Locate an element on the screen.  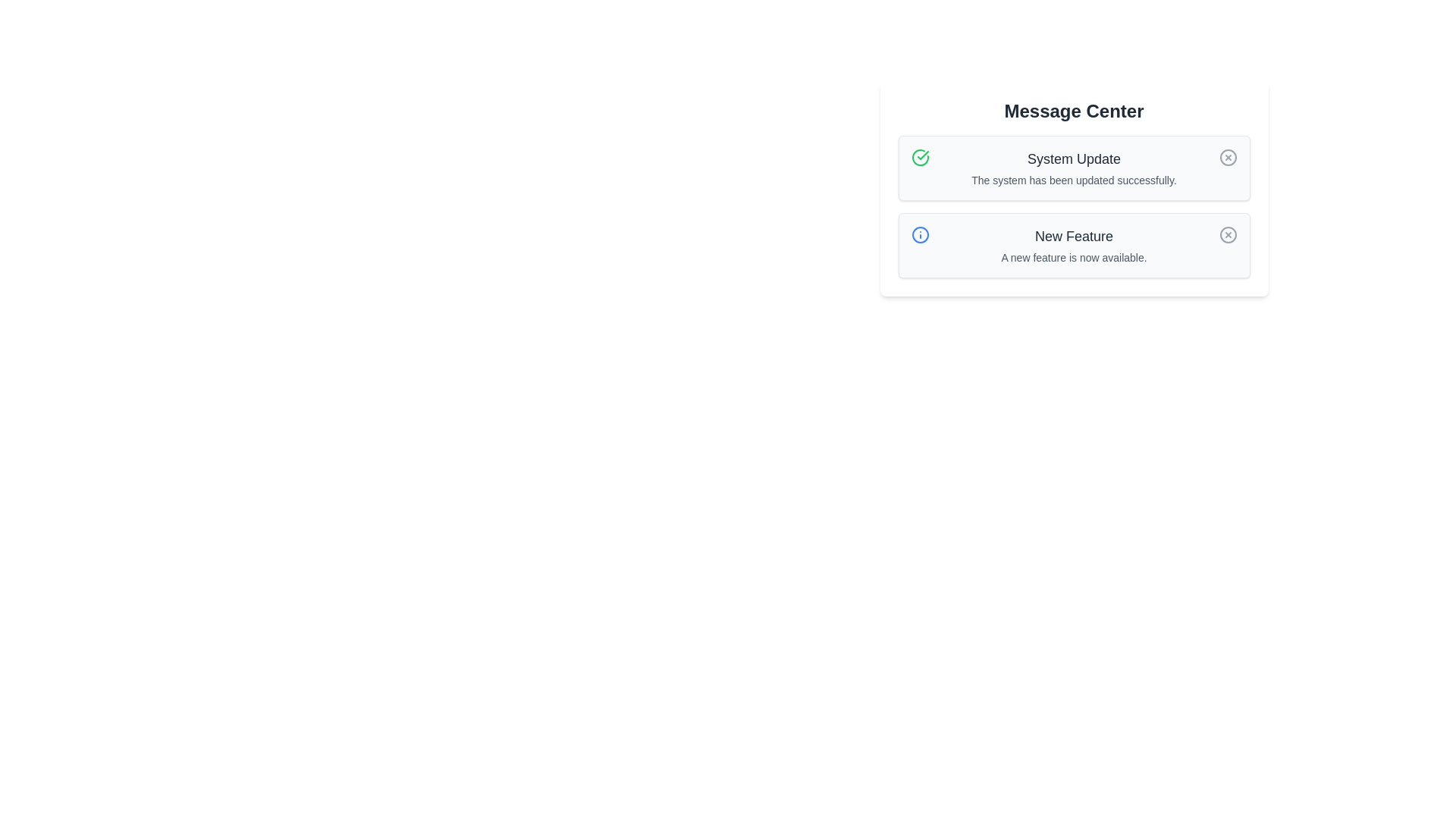
the circular dismiss icon located in the top-right corner of the 'New Feature' notification area is located at coordinates (1228, 234).